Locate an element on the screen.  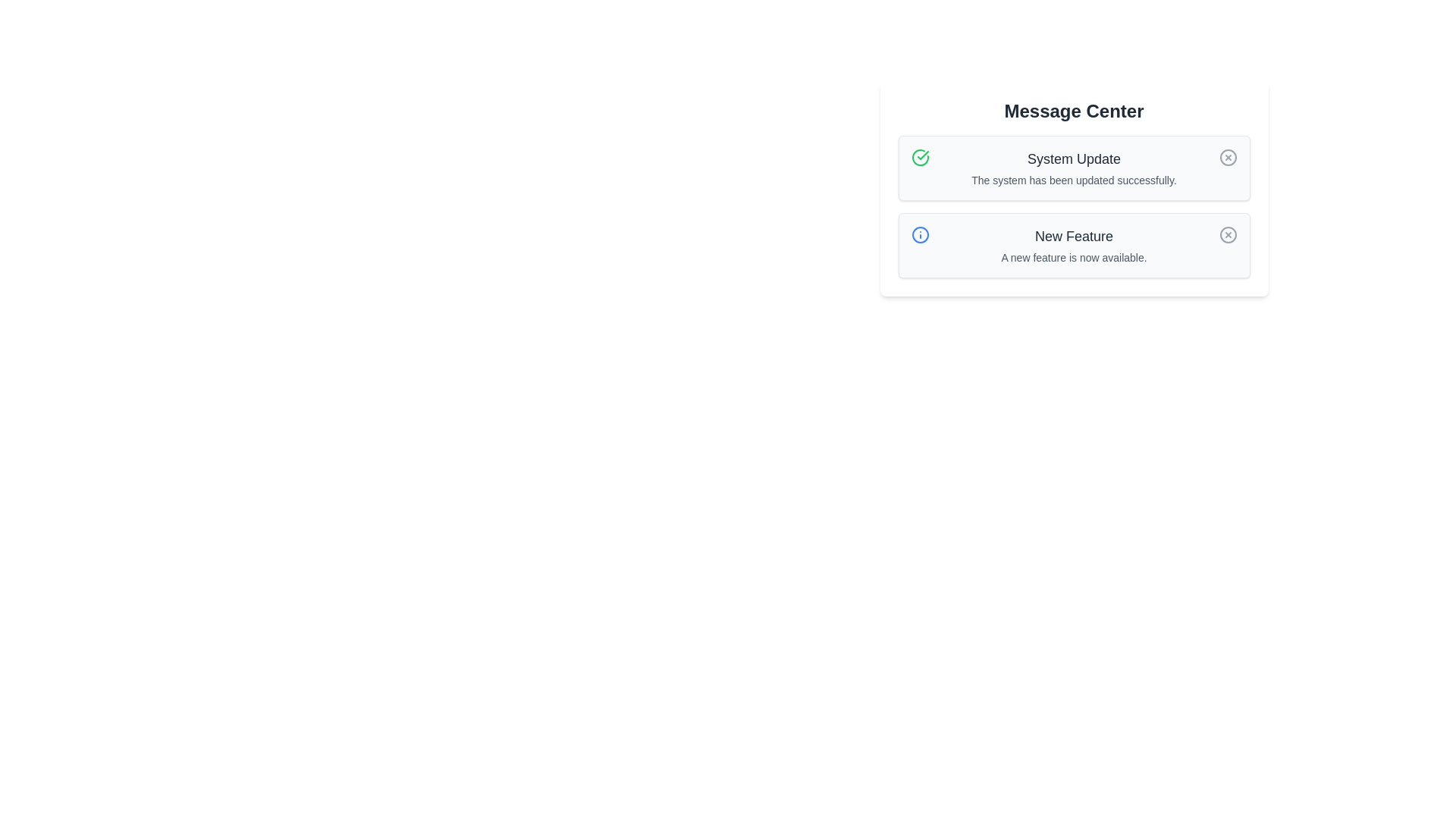
the circular dismiss icon located in the top-right corner of the 'New Feature' notification area is located at coordinates (1228, 234).